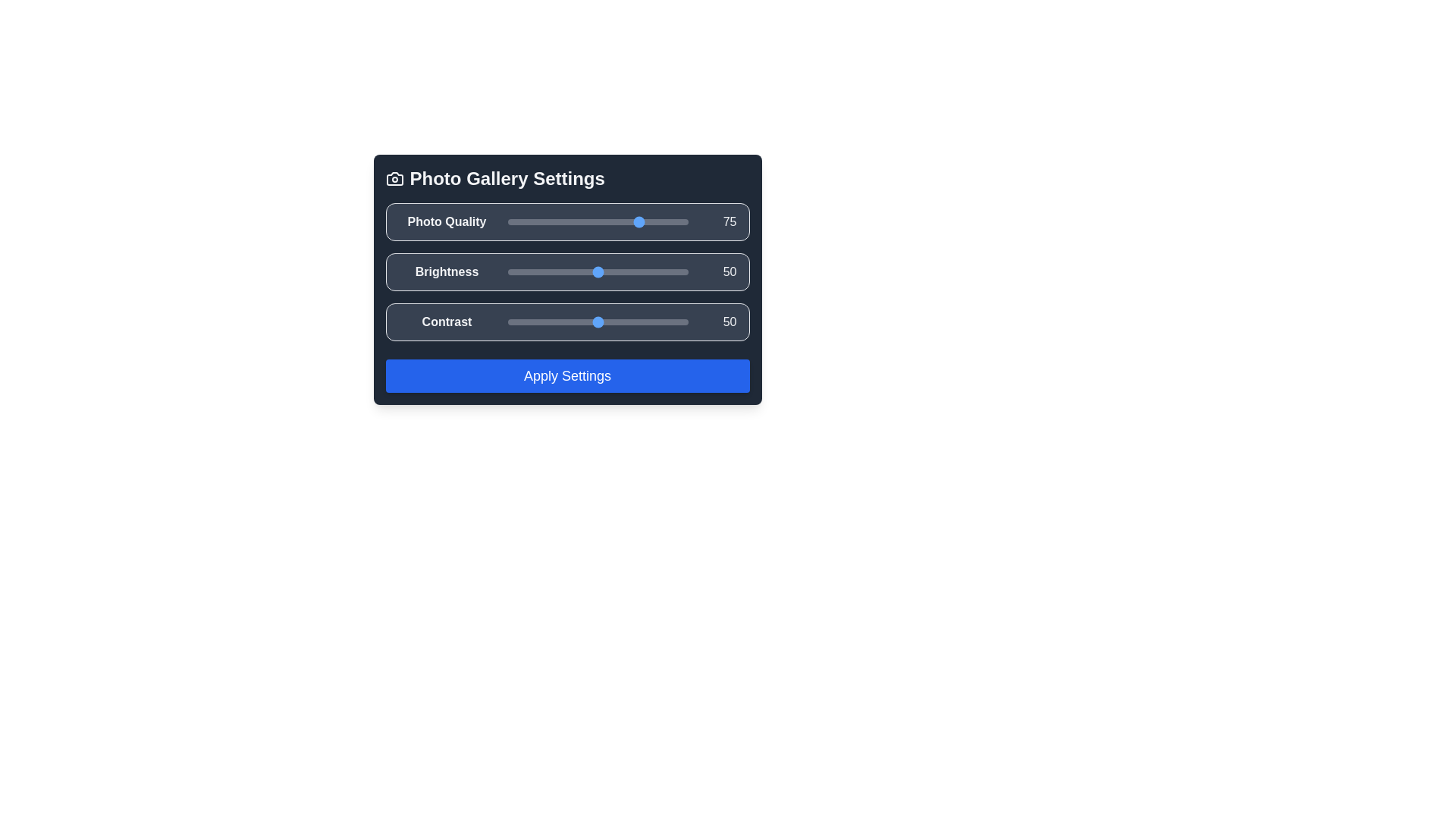  What do you see at coordinates (515, 271) in the screenshot?
I see `the brightness` at bounding box center [515, 271].